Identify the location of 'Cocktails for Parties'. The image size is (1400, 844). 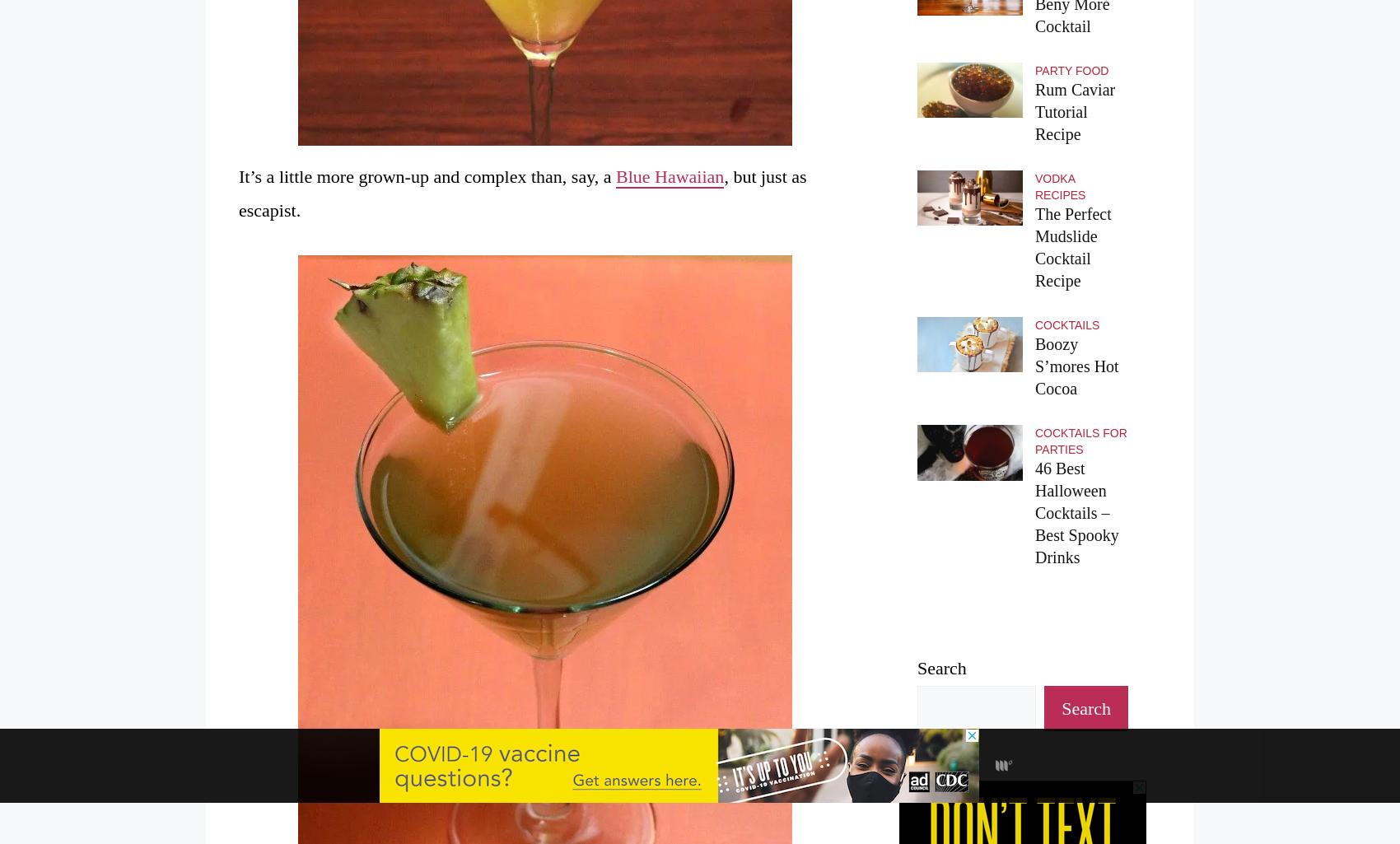
(1080, 440).